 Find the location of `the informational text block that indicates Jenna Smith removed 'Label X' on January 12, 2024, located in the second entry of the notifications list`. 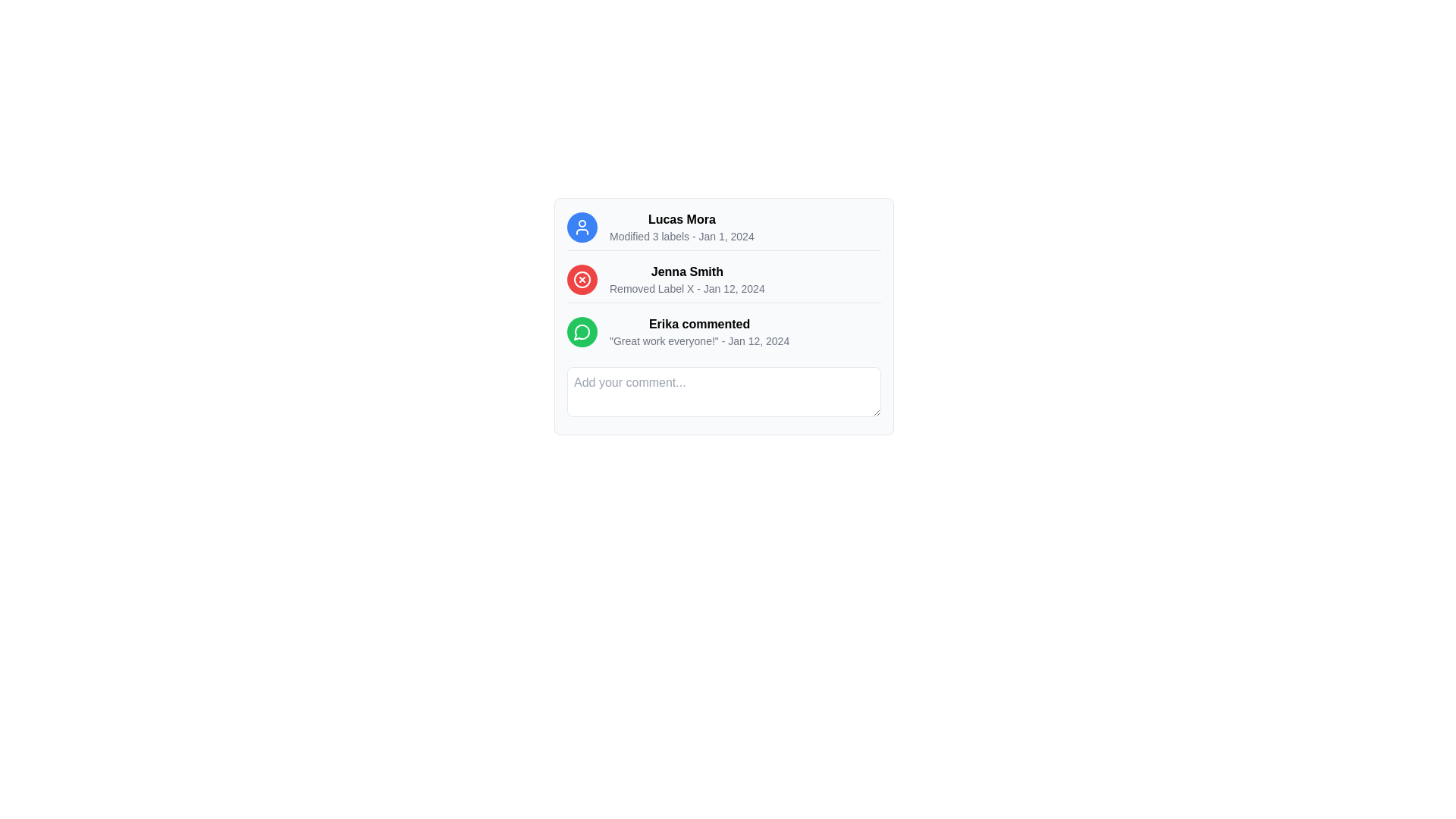

the informational text block that indicates Jenna Smith removed 'Label X' on January 12, 2024, located in the second entry of the notifications list is located at coordinates (723, 283).